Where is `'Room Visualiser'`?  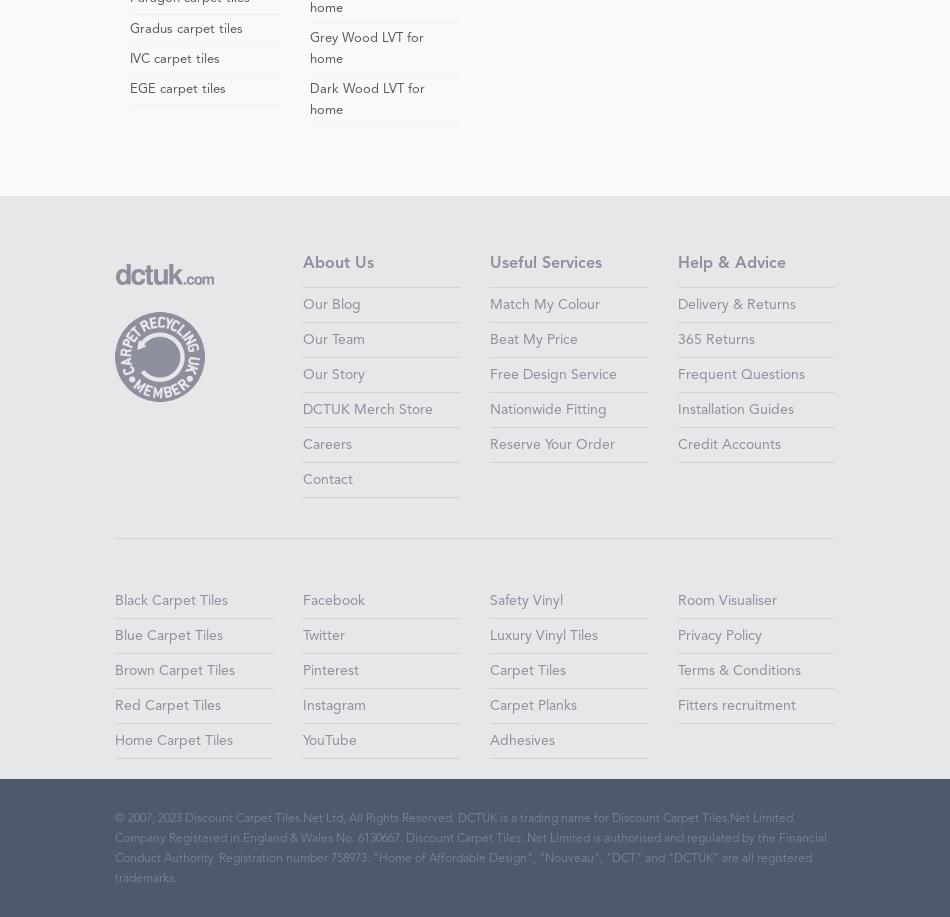 'Room Visualiser' is located at coordinates (725, 600).